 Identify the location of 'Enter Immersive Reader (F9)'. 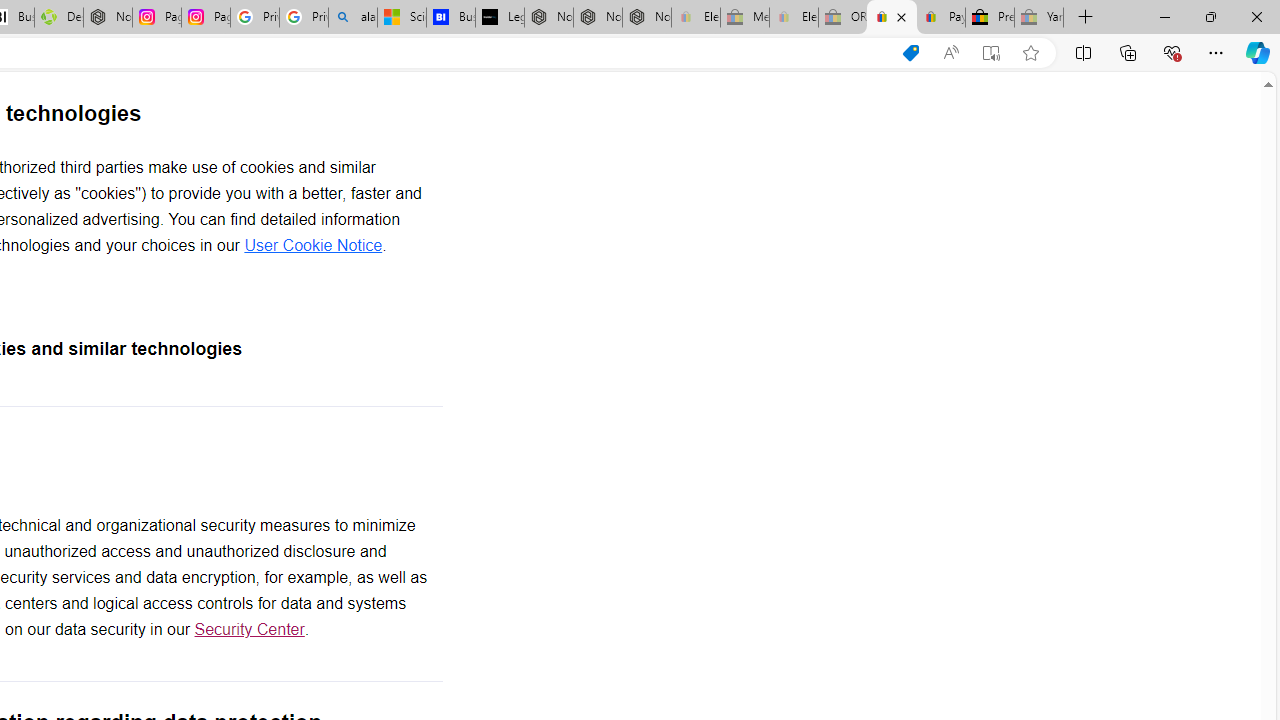
(991, 52).